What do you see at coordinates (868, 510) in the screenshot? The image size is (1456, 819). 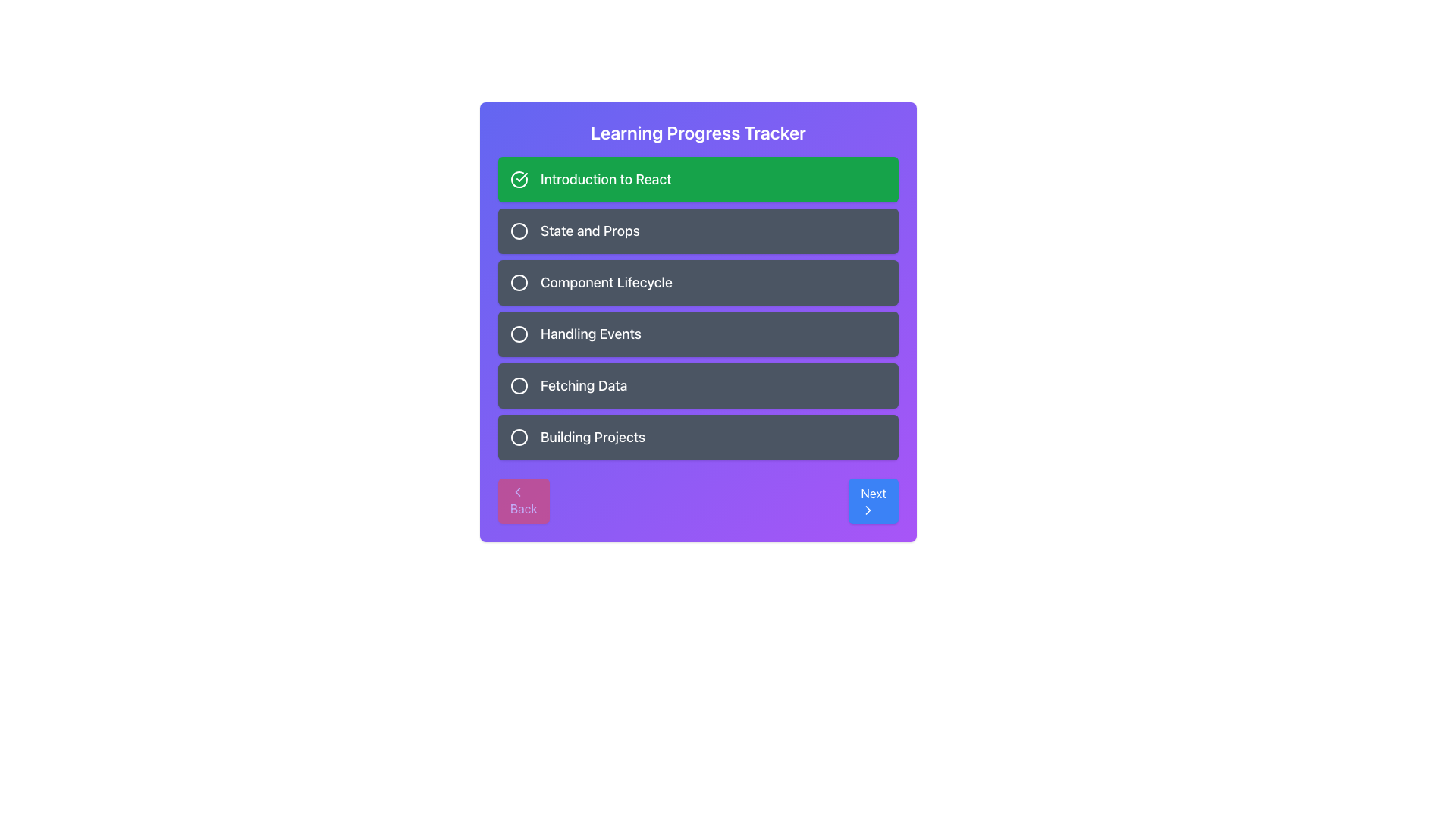 I see `the chevron icon within the 'Next' button located at the bottom-right corner of the interface` at bounding box center [868, 510].